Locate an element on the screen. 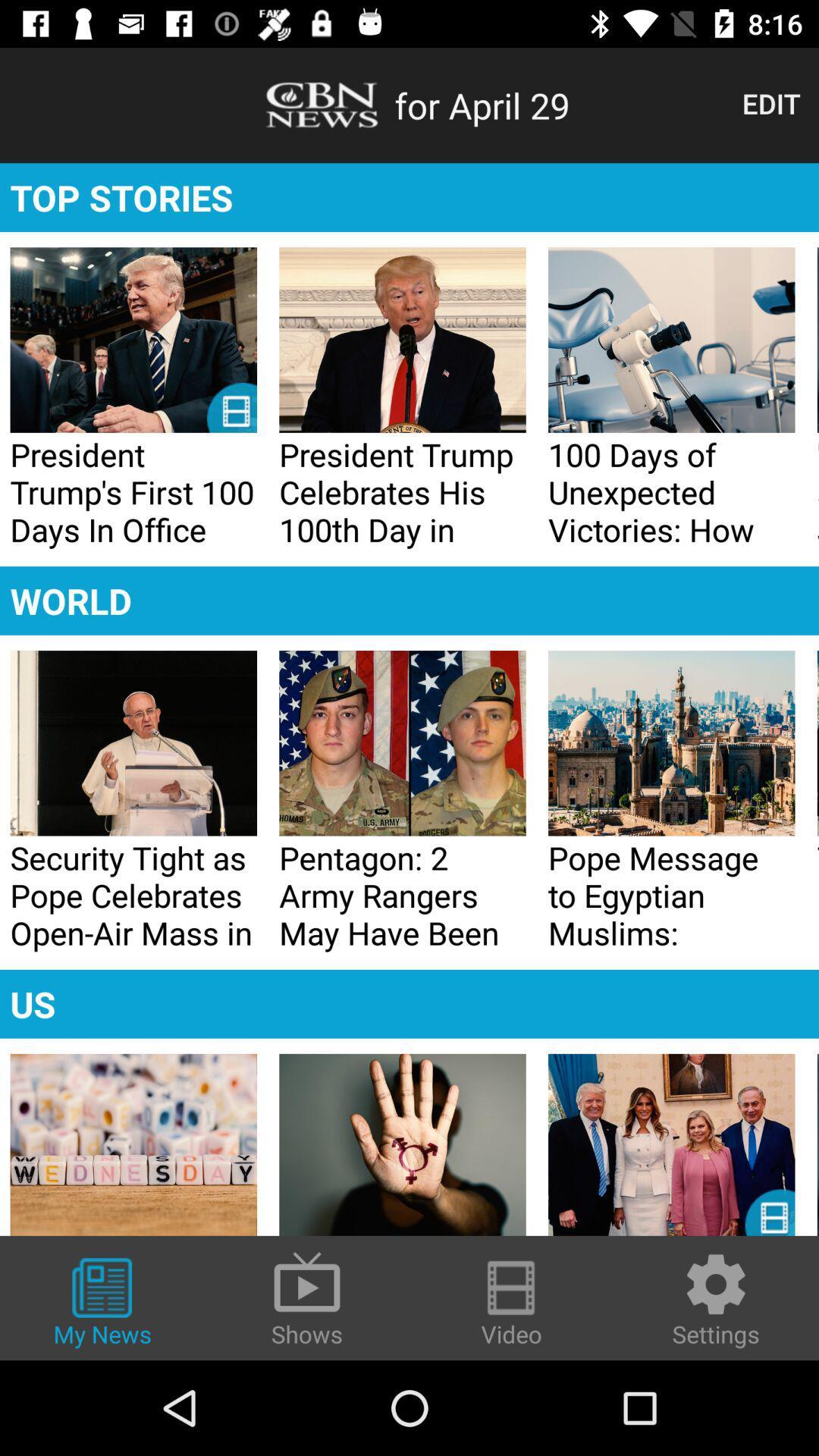 The height and width of the screenshot is (1456, 819). settings is located at coordinates (716, 1298).